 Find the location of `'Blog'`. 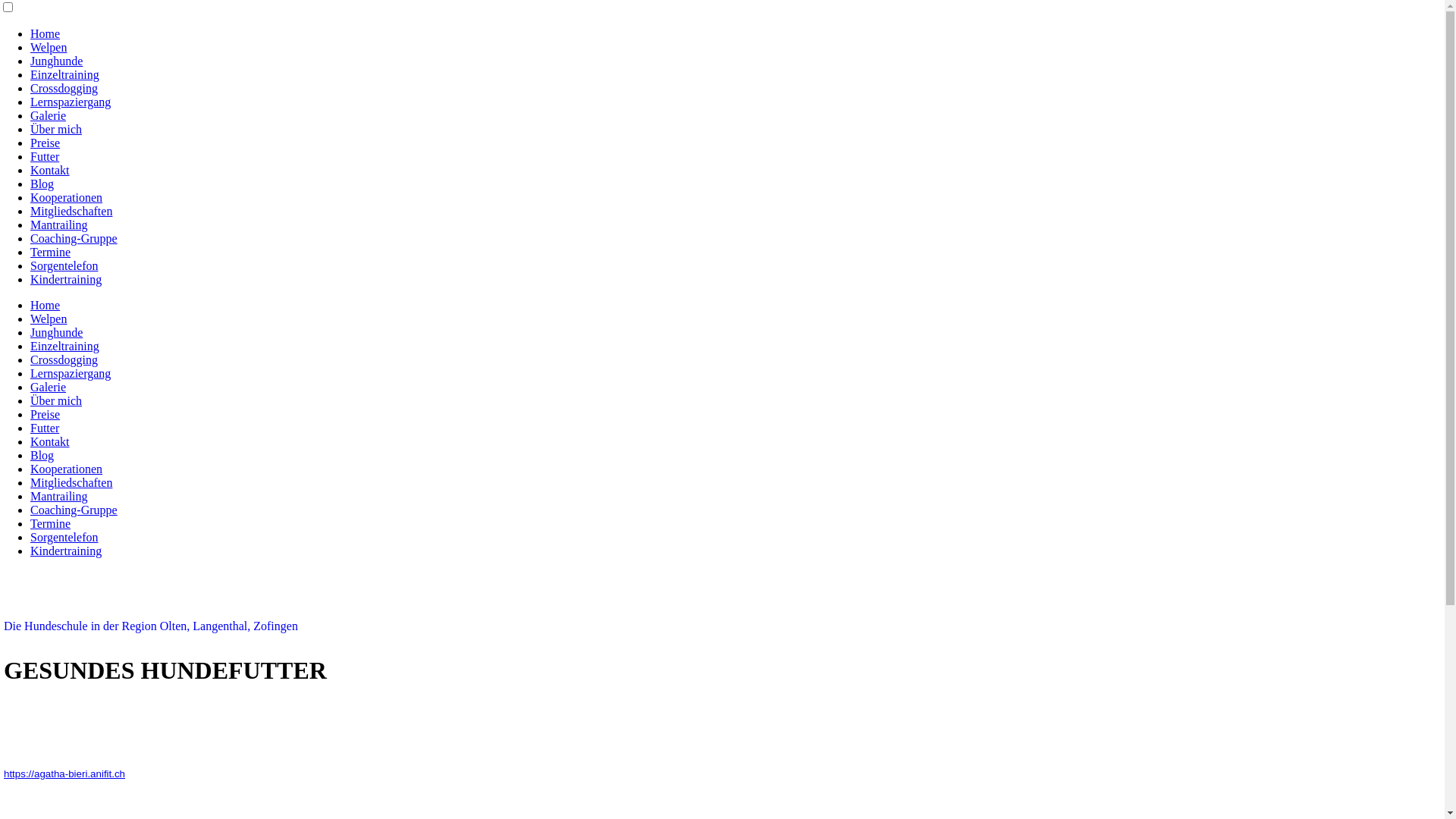

'Blog' is located at coordinates (30, 454).